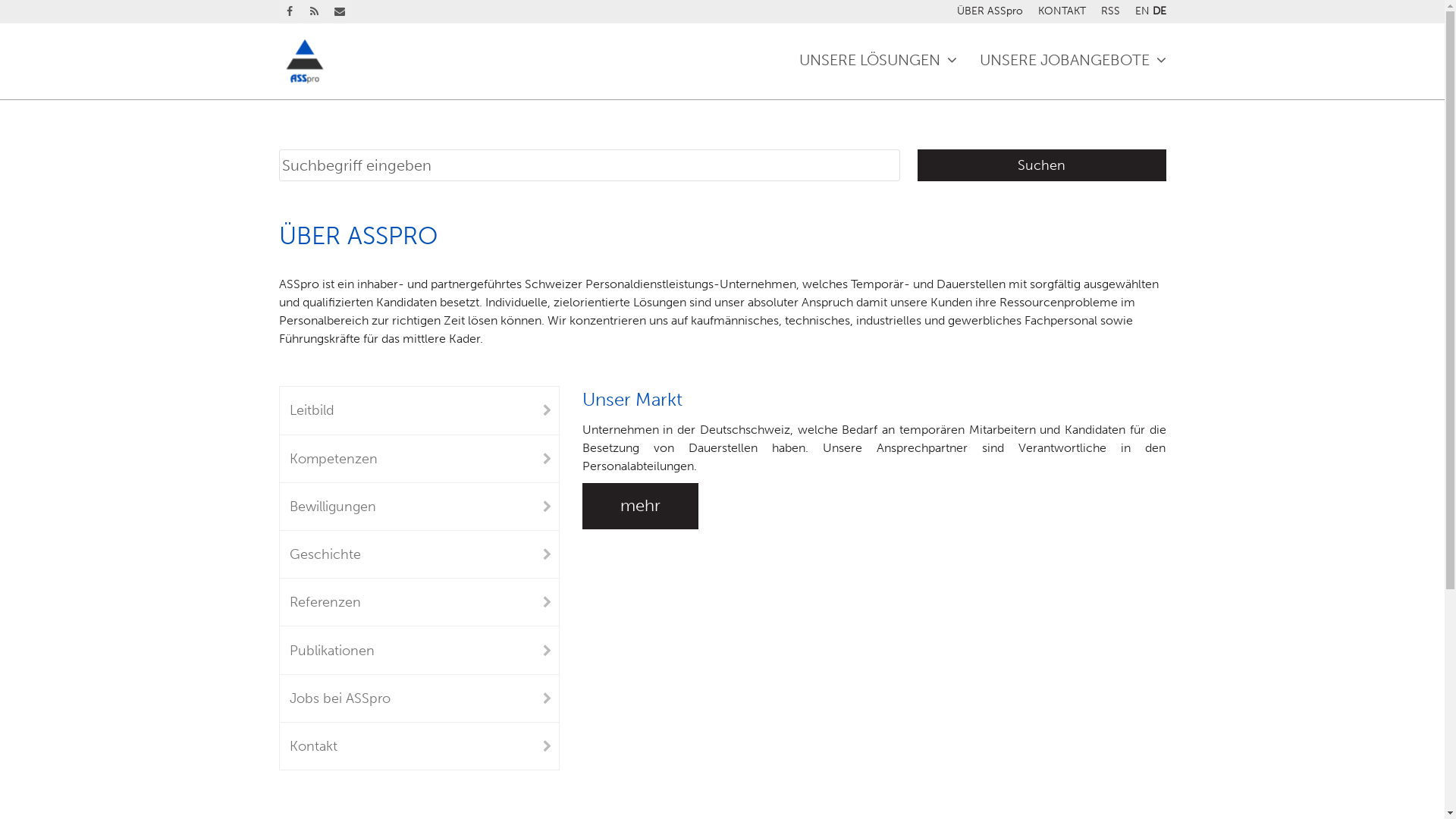 The height and width of the screenshot is (819, 1456). I want to click on 'Geschichte', so click(419, 554).